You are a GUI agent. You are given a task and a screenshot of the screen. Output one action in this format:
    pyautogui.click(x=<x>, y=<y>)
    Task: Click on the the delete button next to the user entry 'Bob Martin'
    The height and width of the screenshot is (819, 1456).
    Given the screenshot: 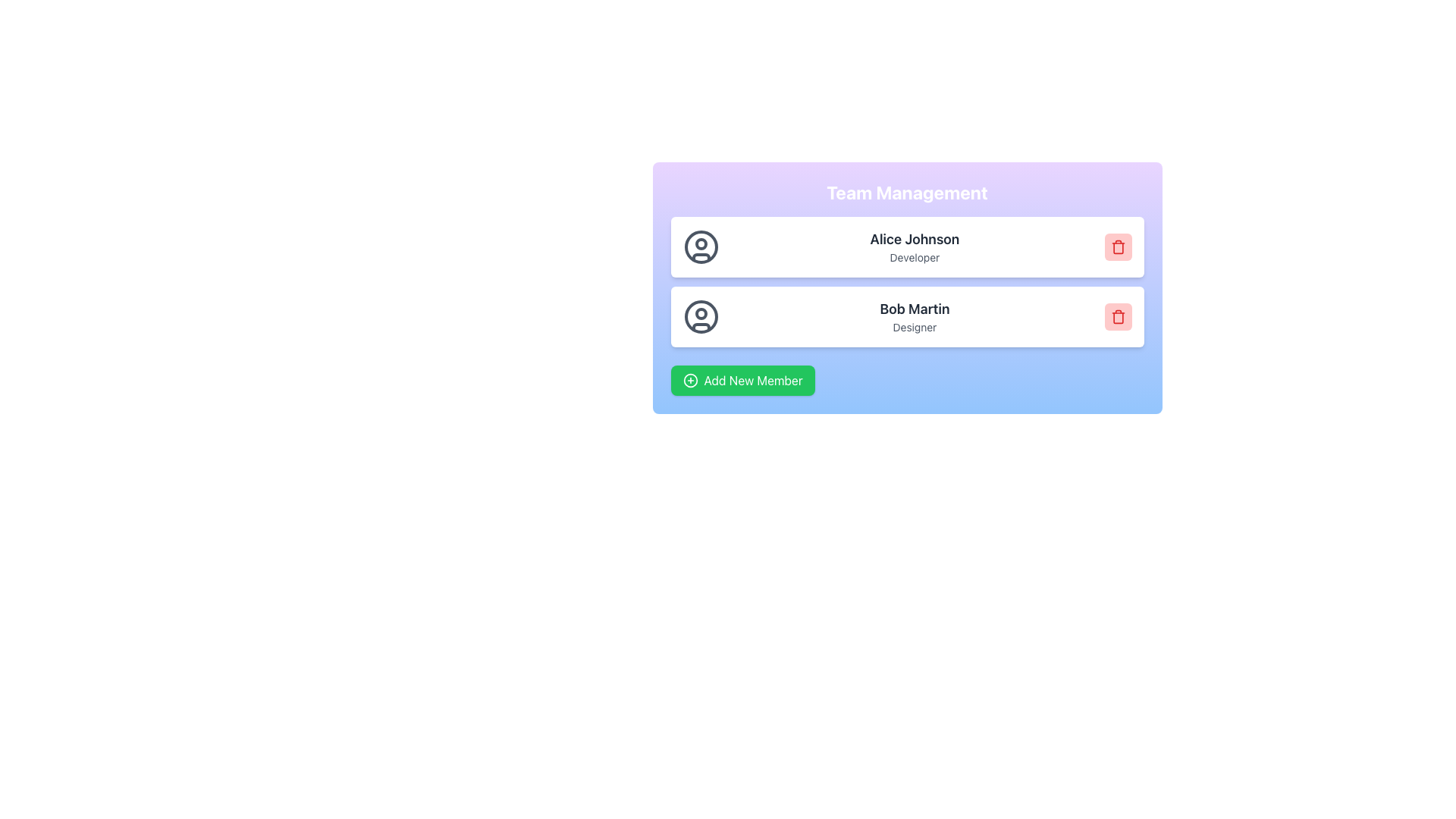 What is the action you would take?
    pyautogui.click(x=1118, y=315)
    